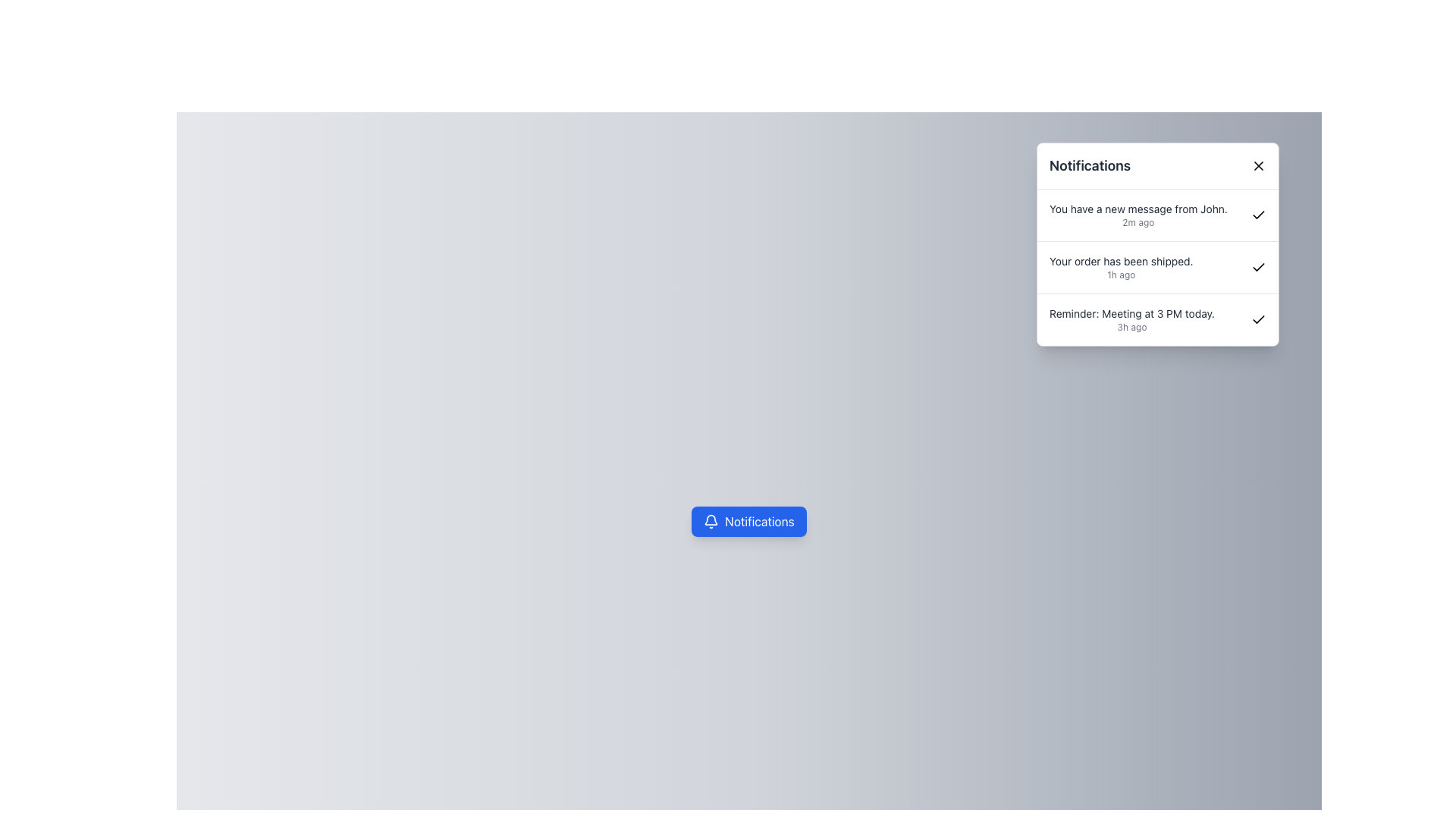 The image size is (1456, 819). I want to click on the text label displaying 'You have a new message from John.' located in the notification dropdown under 'Notifications', so click(1138, 209).